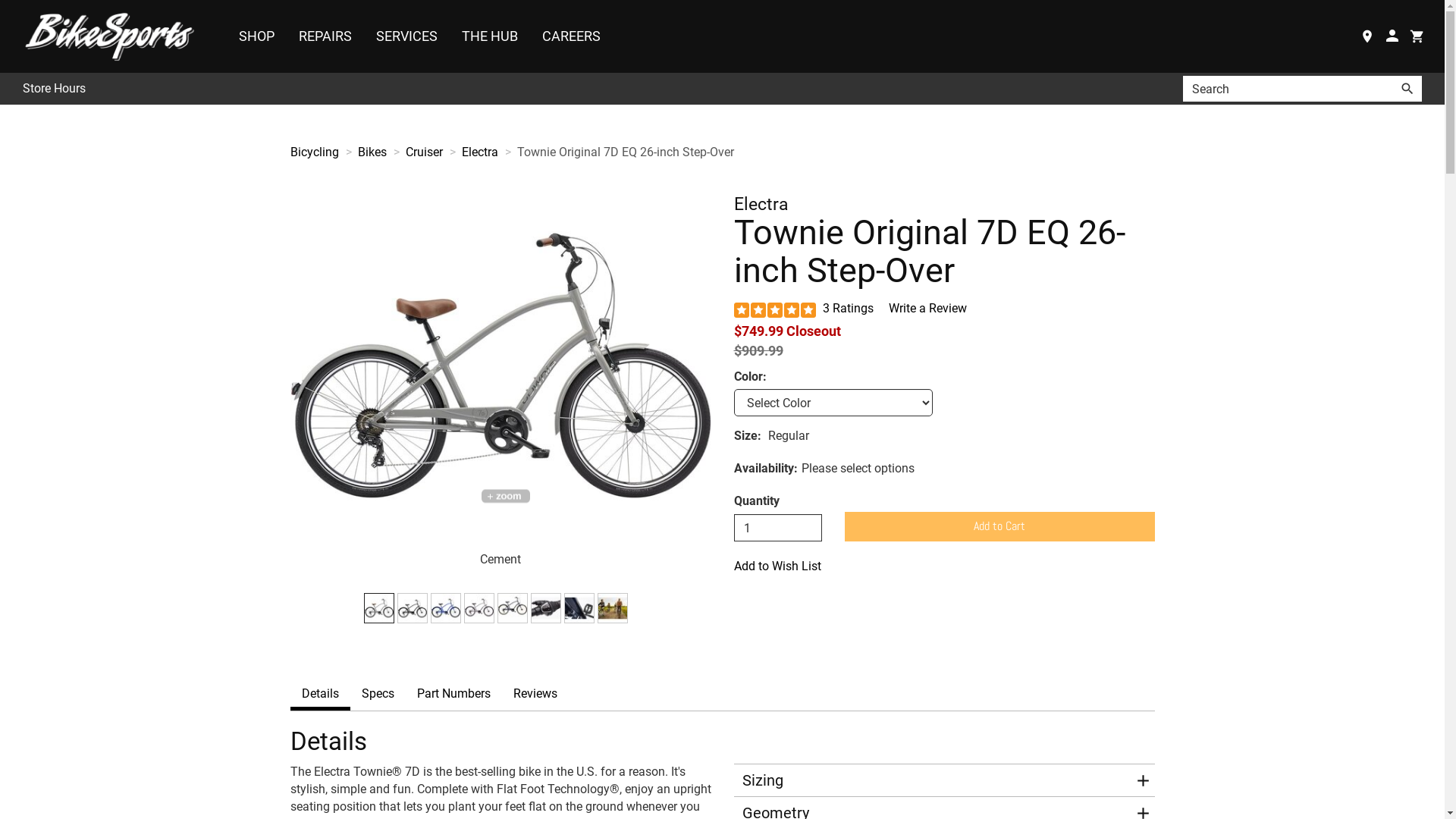 This screenshot has width=1456, height=819. What do you see at coordinates (324, 35) in the screenshot?
I see `'REPAIRS'` at bounding box center [324, 35].